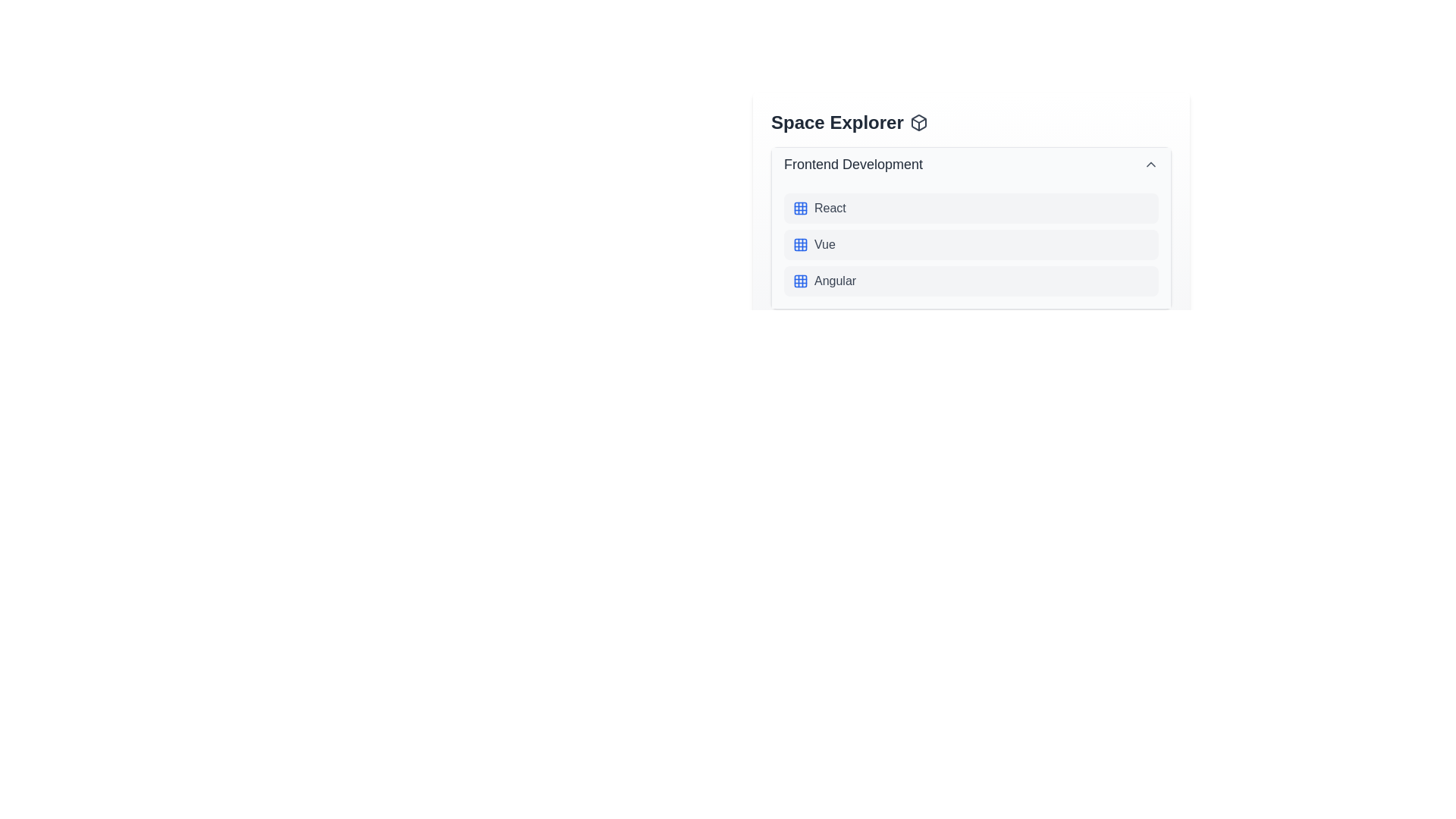  What do you see at coordinates (824, 244) in the screenshot?
I see `the 'Vue' text label, which is the second item` at bounding box center [824, 244].